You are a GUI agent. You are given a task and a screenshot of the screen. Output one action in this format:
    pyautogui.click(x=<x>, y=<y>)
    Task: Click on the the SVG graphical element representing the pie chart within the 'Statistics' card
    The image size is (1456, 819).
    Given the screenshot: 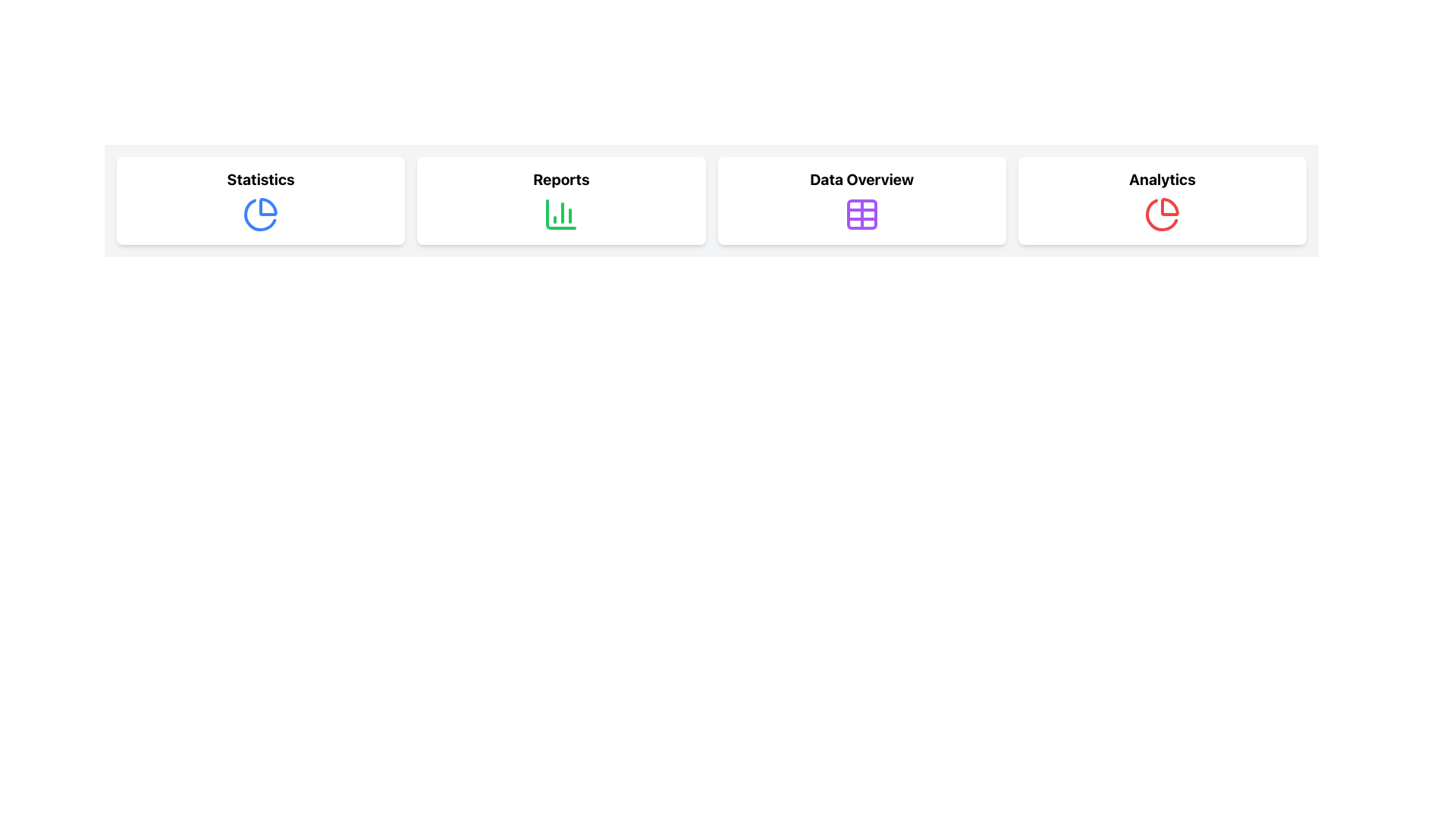 What is the action you would take?
    pyautogui.click(x=260, y=215)
    